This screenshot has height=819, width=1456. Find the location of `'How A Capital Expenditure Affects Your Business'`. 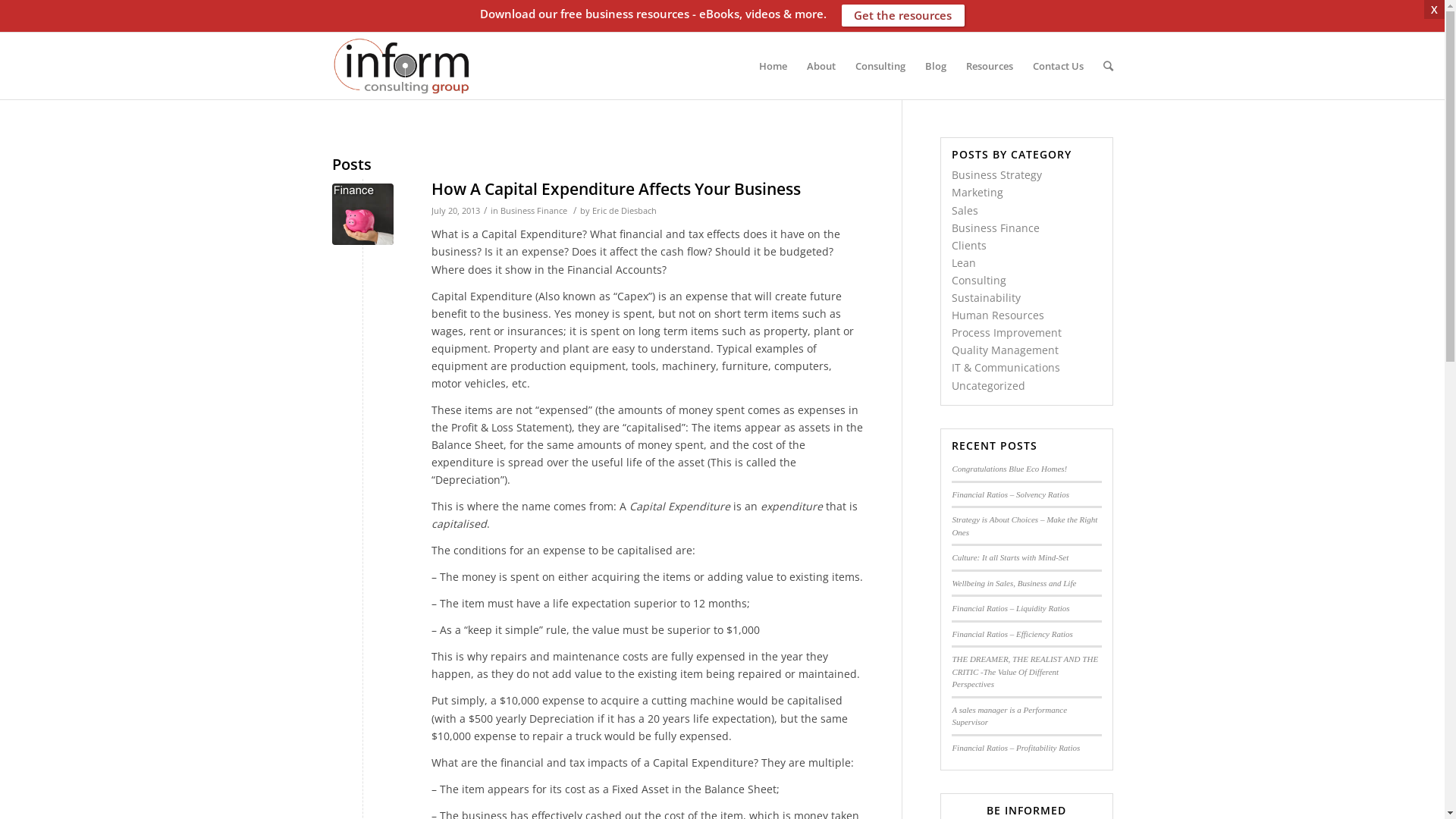

'How A Capital Expenditure Affects Your Business' is located at coordinates (615, 188).